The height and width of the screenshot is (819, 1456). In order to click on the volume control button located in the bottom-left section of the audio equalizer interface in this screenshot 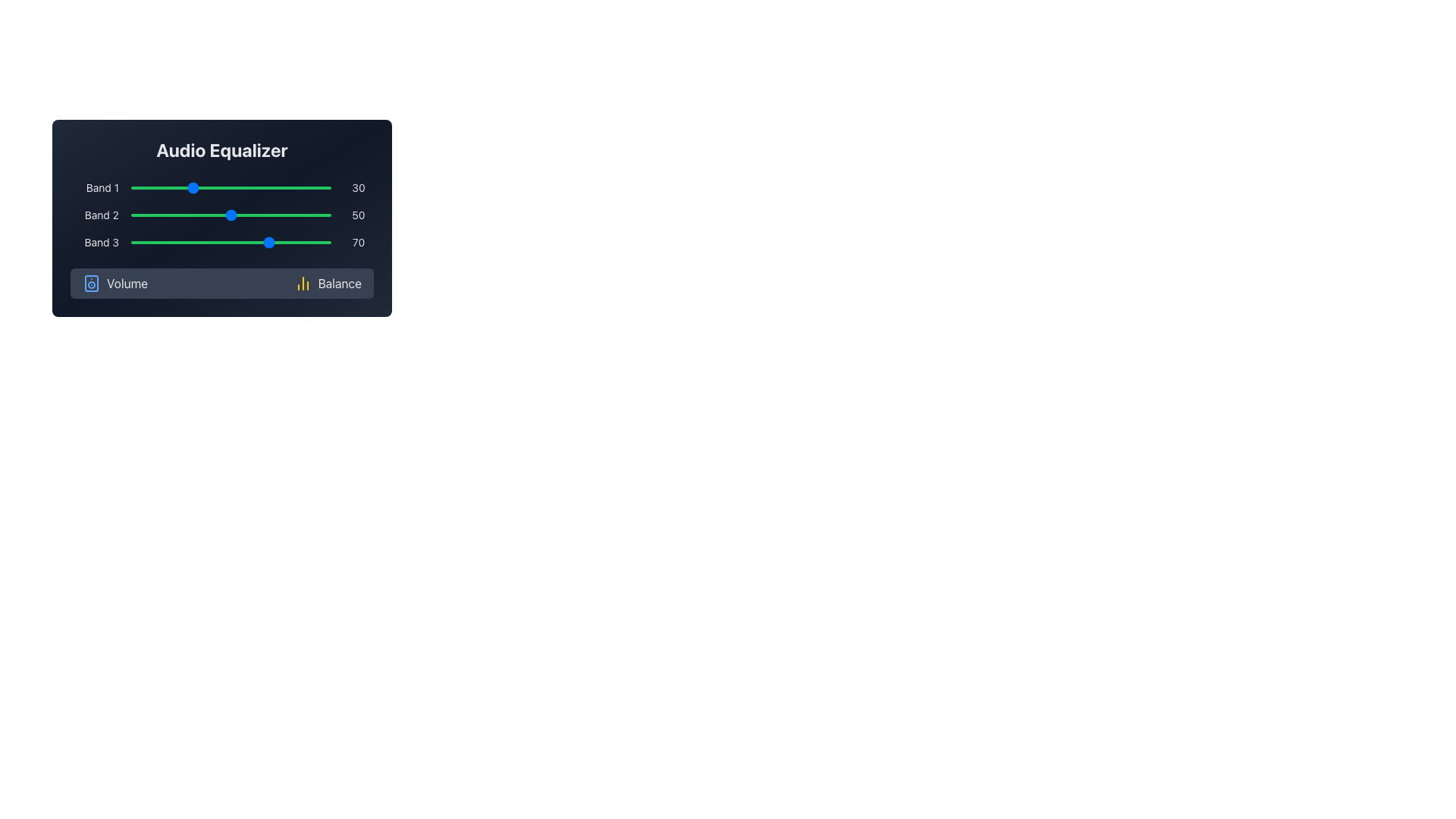, I will do `click(115, 284)`.